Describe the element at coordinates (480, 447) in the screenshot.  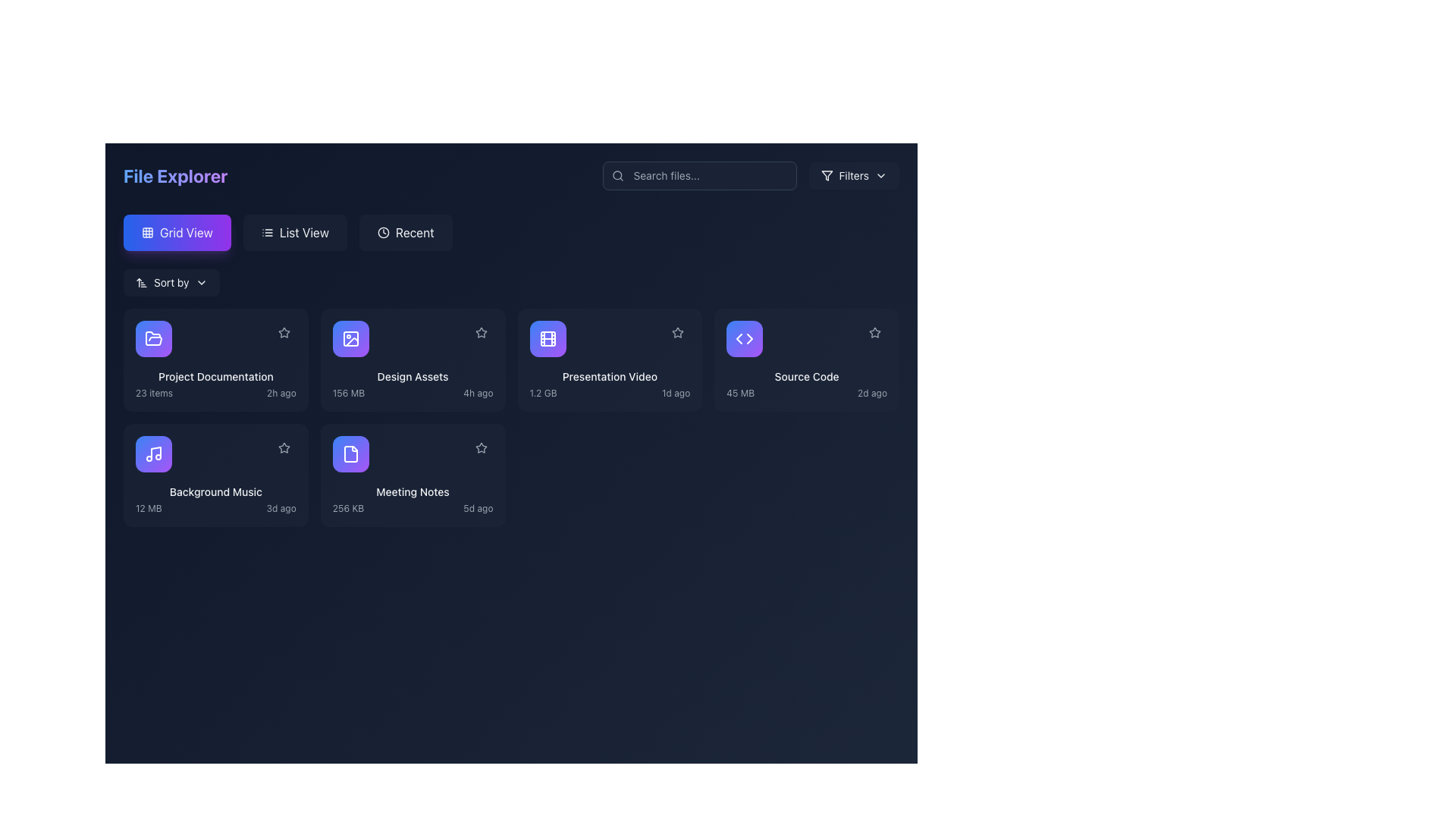
I see `the star icon located in the upper right corner of the 'Design Assets' file card` at that location.